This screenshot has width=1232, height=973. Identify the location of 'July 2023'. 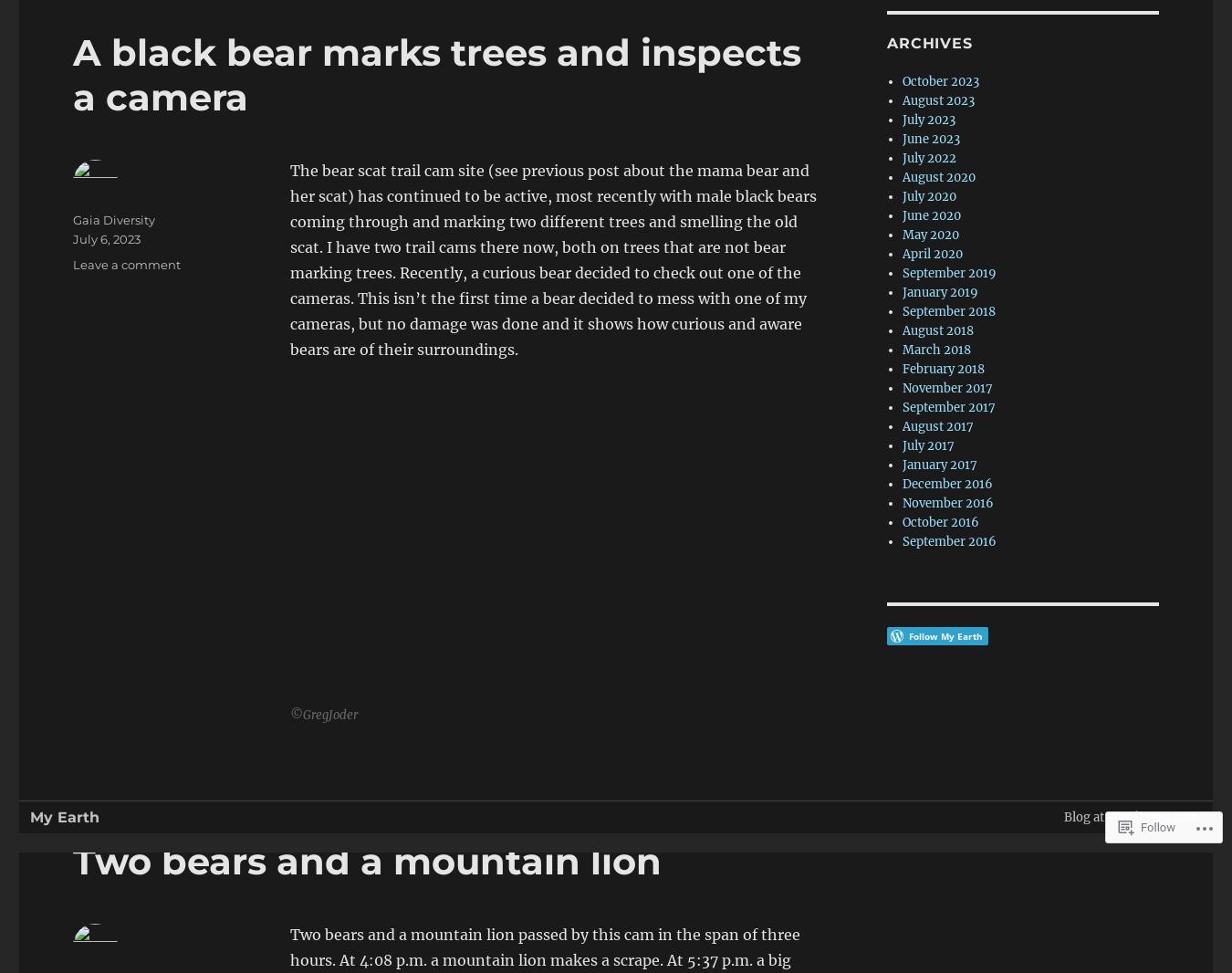
(927, 119).